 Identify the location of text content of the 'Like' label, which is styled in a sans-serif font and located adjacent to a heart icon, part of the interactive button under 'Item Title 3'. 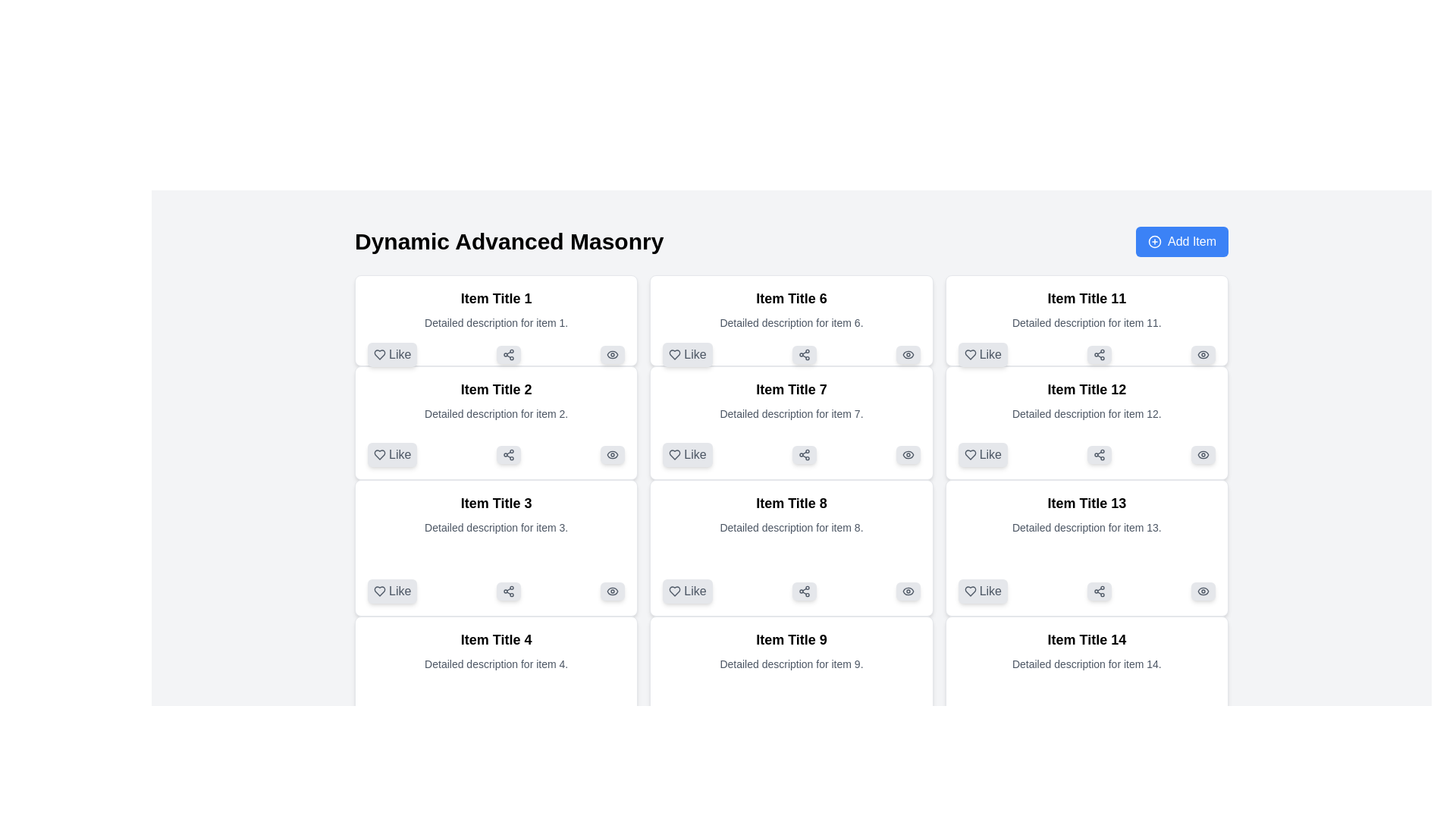
(400, 590).